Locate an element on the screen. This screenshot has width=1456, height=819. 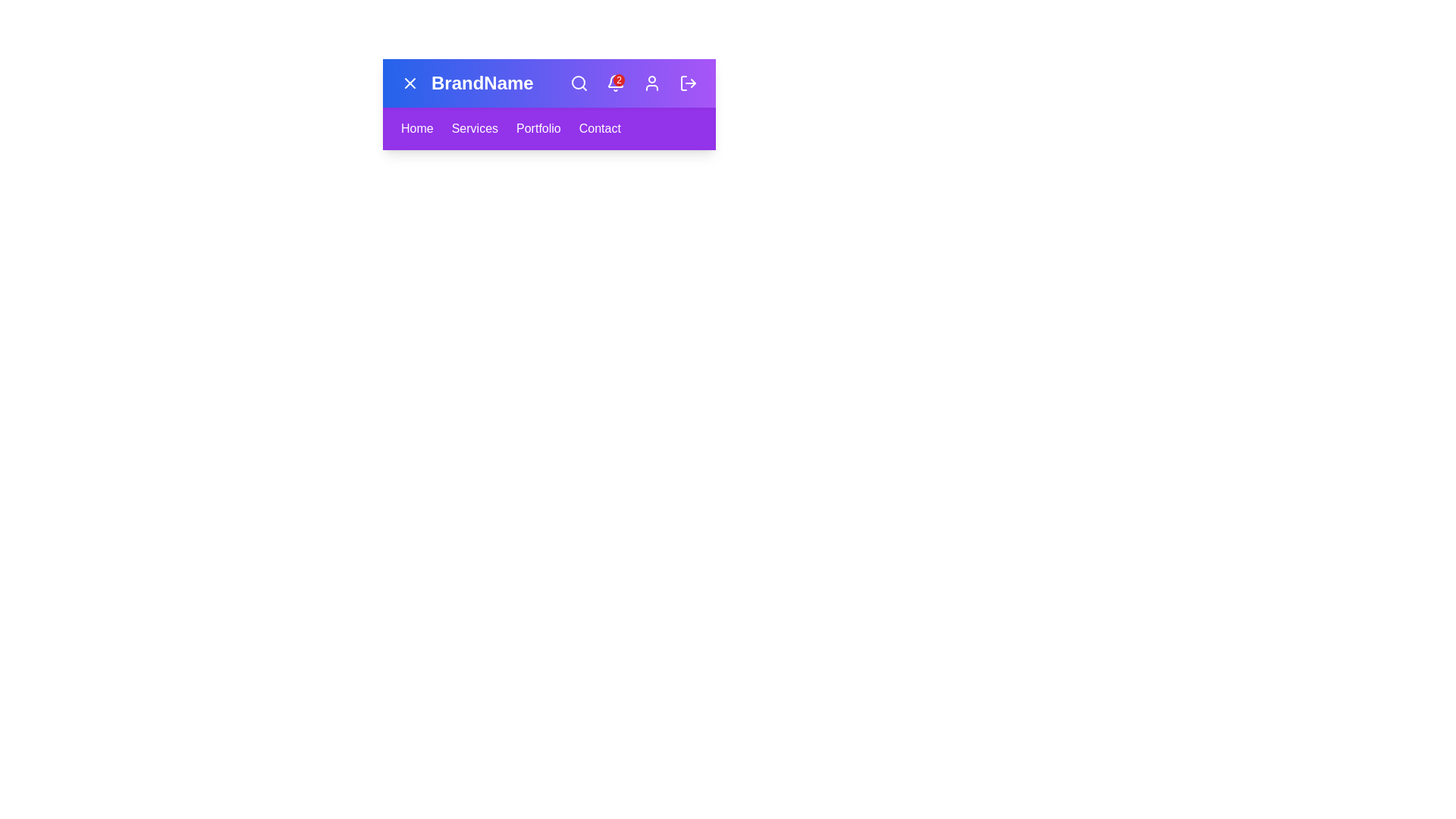
the Text Label that serves as a navigation link to the Services page, which is the second item in the menu, positioned between 'Home' and 'Portfolio' is located at coordinates (474, 127).